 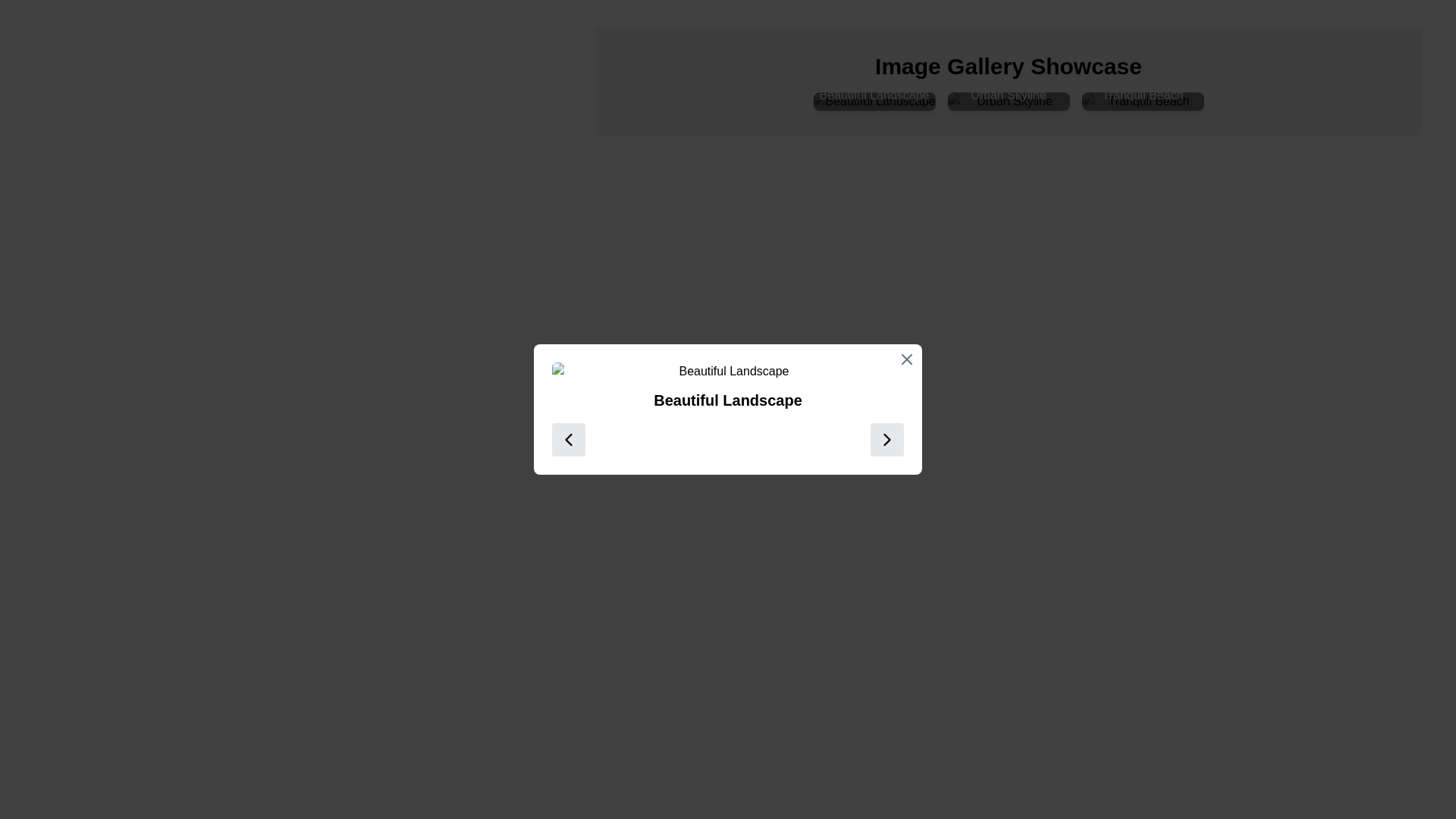 I want to click on the 'next' button, which is positioned on the far right within a horizontal layout at the bottom of a modal dialog box, so click(x=887, y=439).